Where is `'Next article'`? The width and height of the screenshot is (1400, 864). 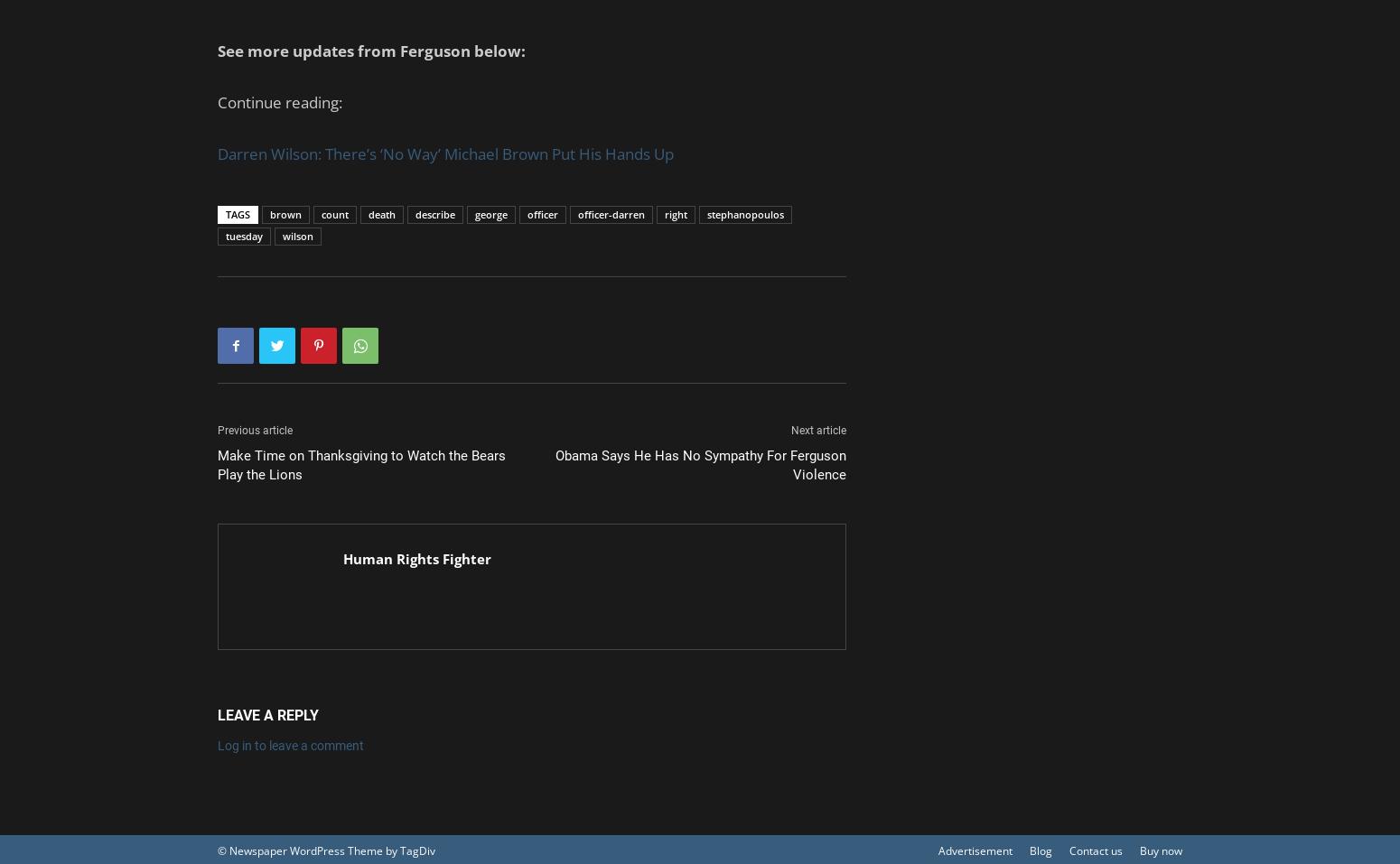 'Next article' is located at coordinates (818, 429).